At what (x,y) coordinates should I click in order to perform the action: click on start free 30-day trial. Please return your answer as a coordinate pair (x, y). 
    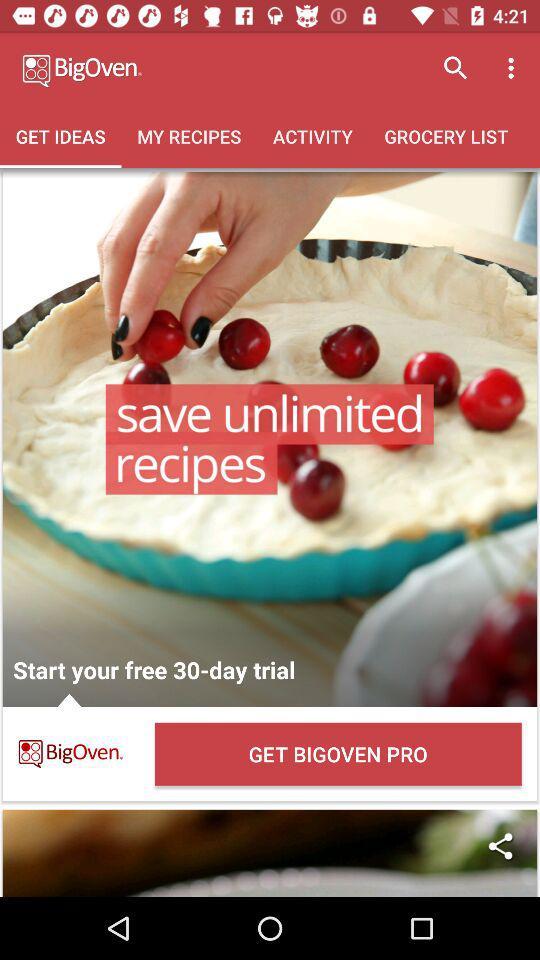
    Looking at the image, I should click on (270, 439).